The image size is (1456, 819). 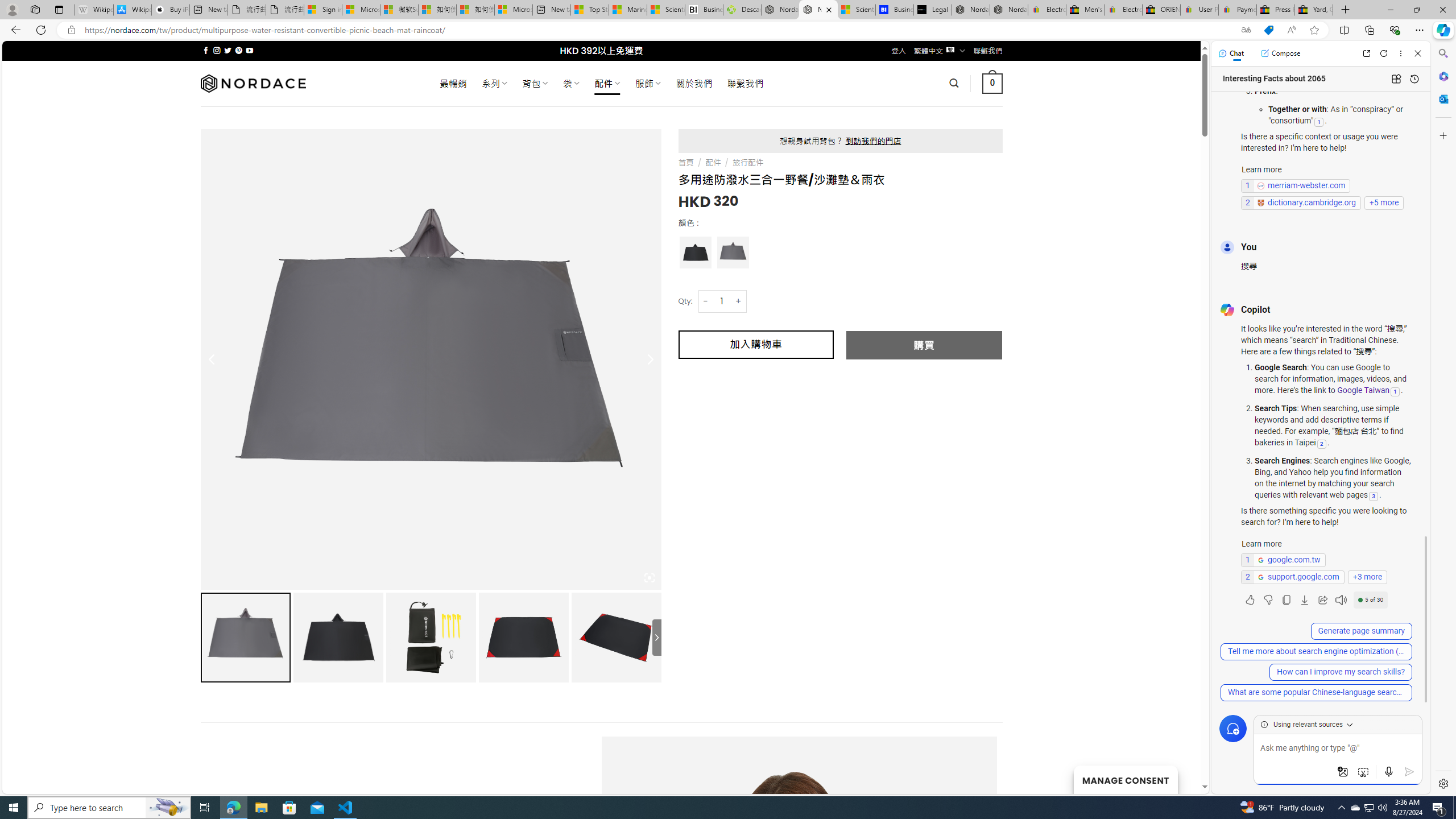 I want to click on 'Follow on Pinterest', so click(x=237, y=50).